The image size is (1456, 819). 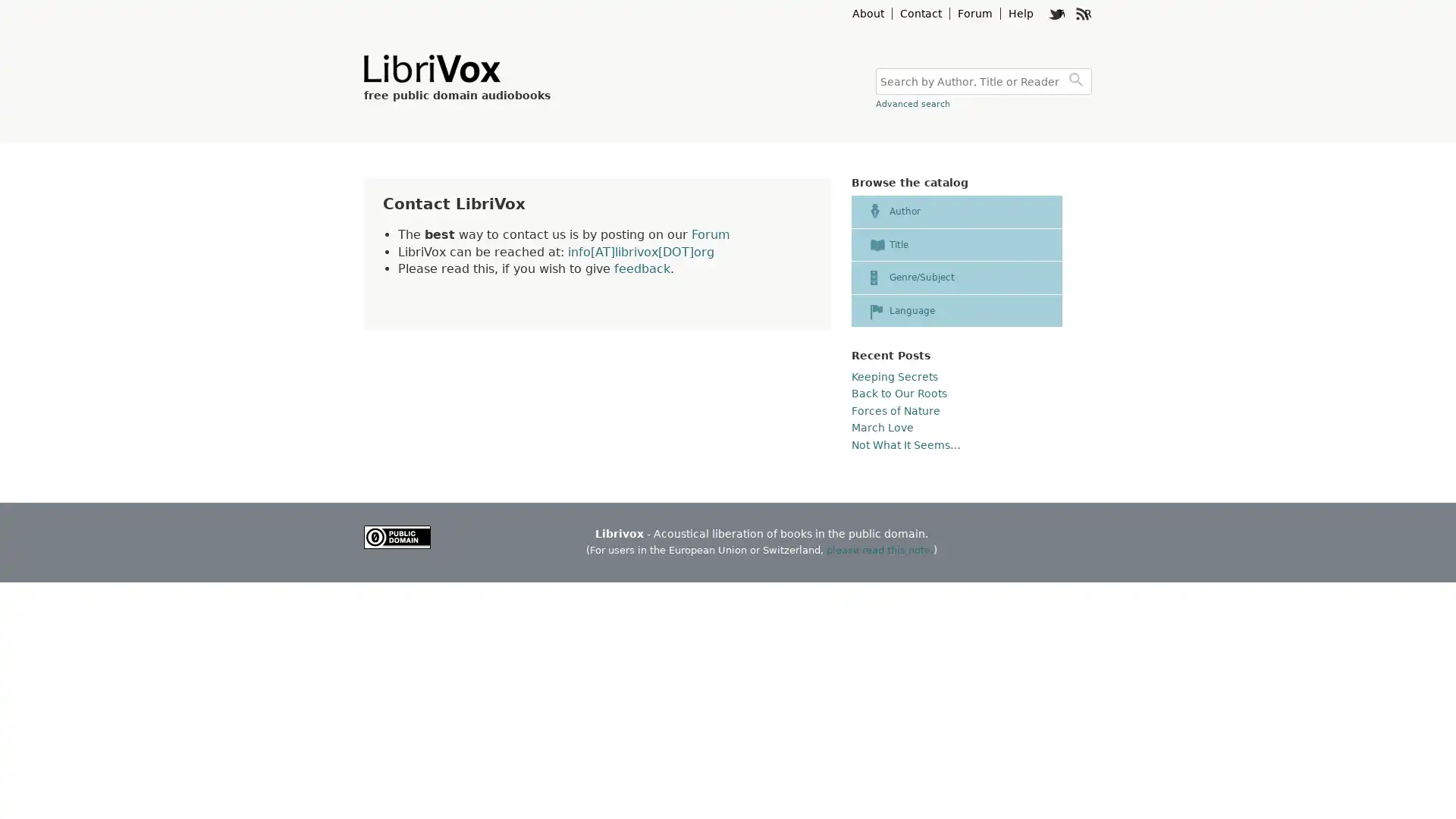 I want to click on Search, so click(x=1078, y=81).